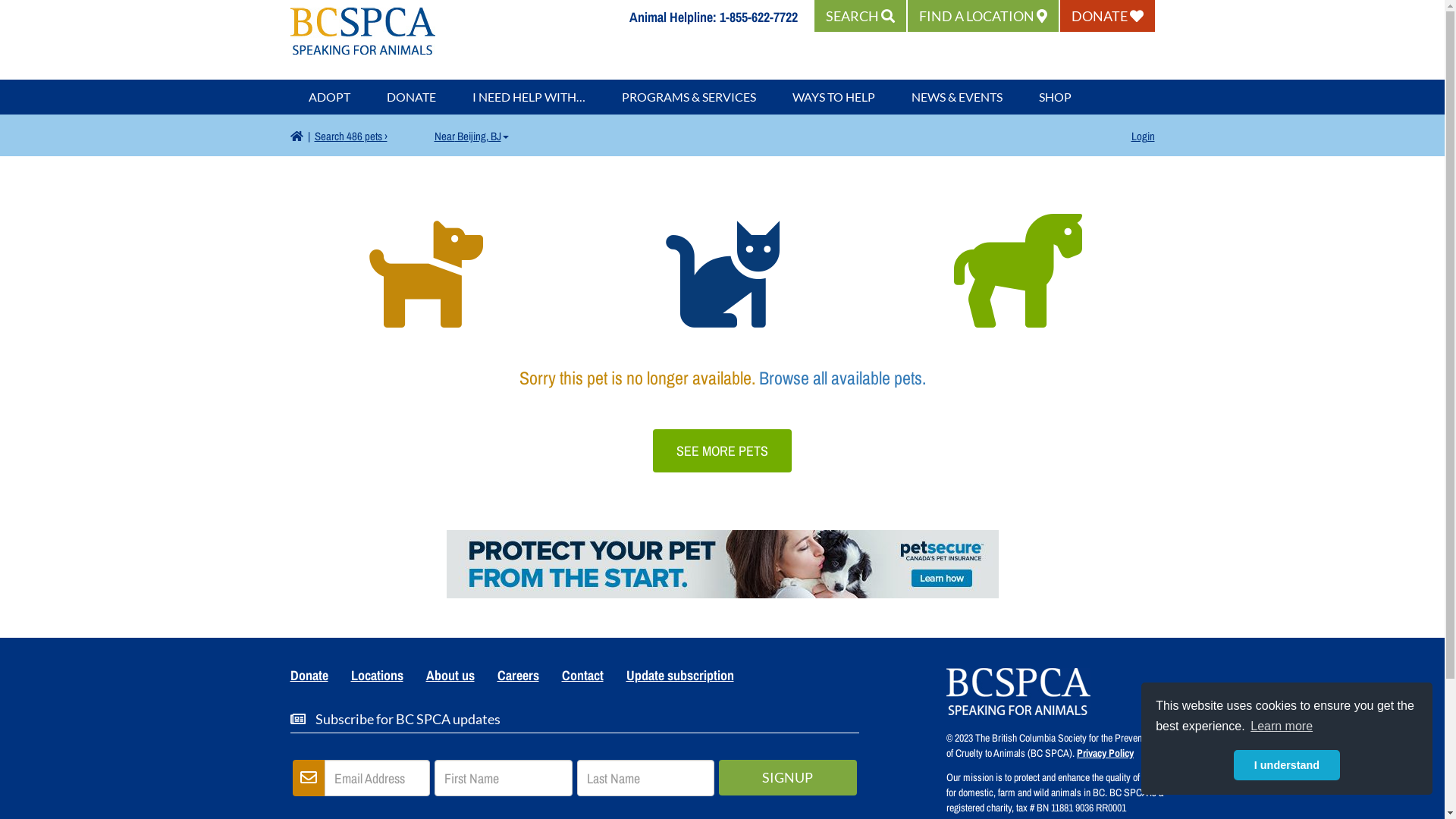 This screenshot has width=1456, height=819. I want to click on 'ADOPT', so click(328, 96).